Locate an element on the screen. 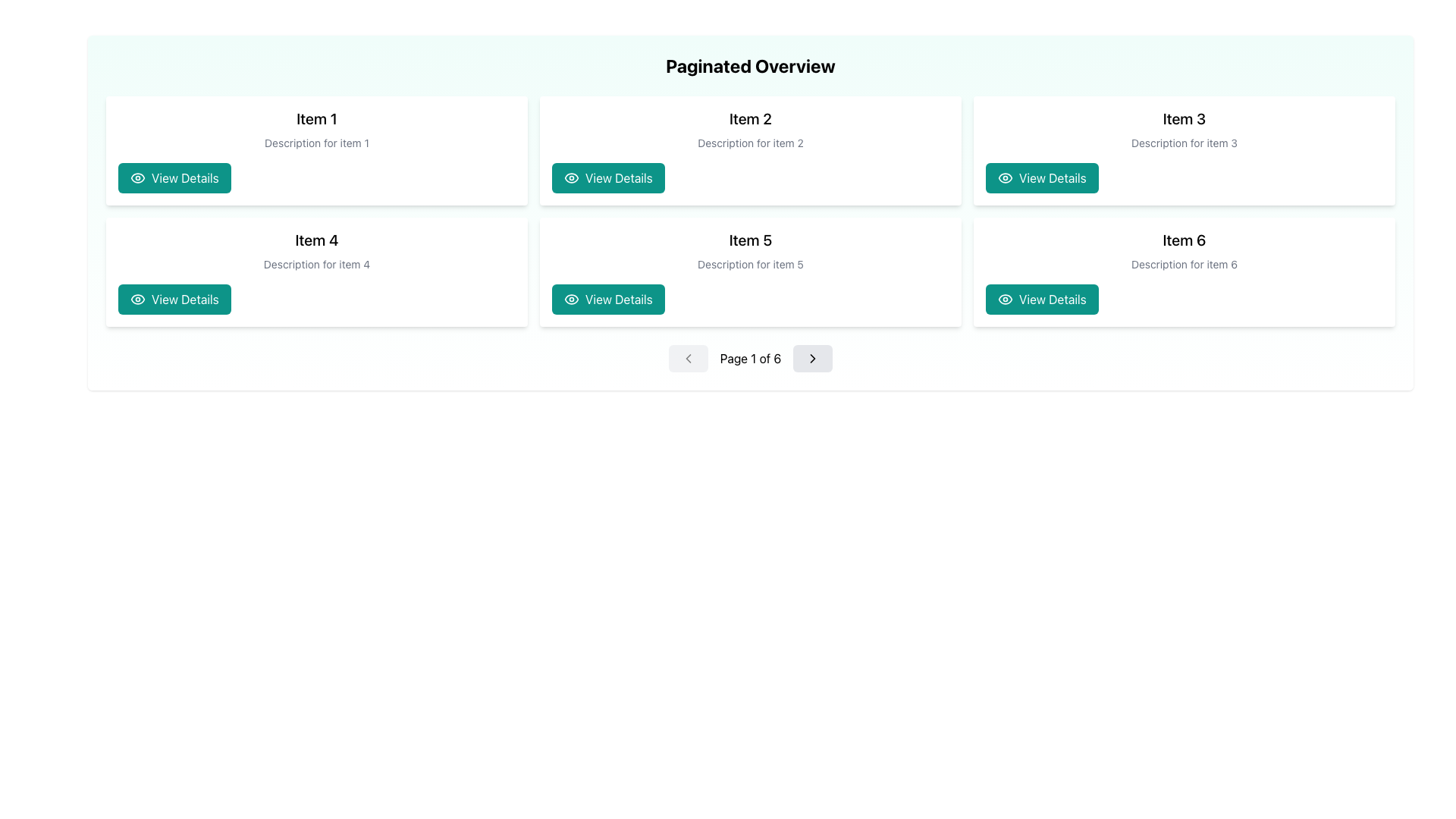 Image resolution: width=1456 pixels, height=819 pixels. the button that allows users is located at coordinates (608, 177).